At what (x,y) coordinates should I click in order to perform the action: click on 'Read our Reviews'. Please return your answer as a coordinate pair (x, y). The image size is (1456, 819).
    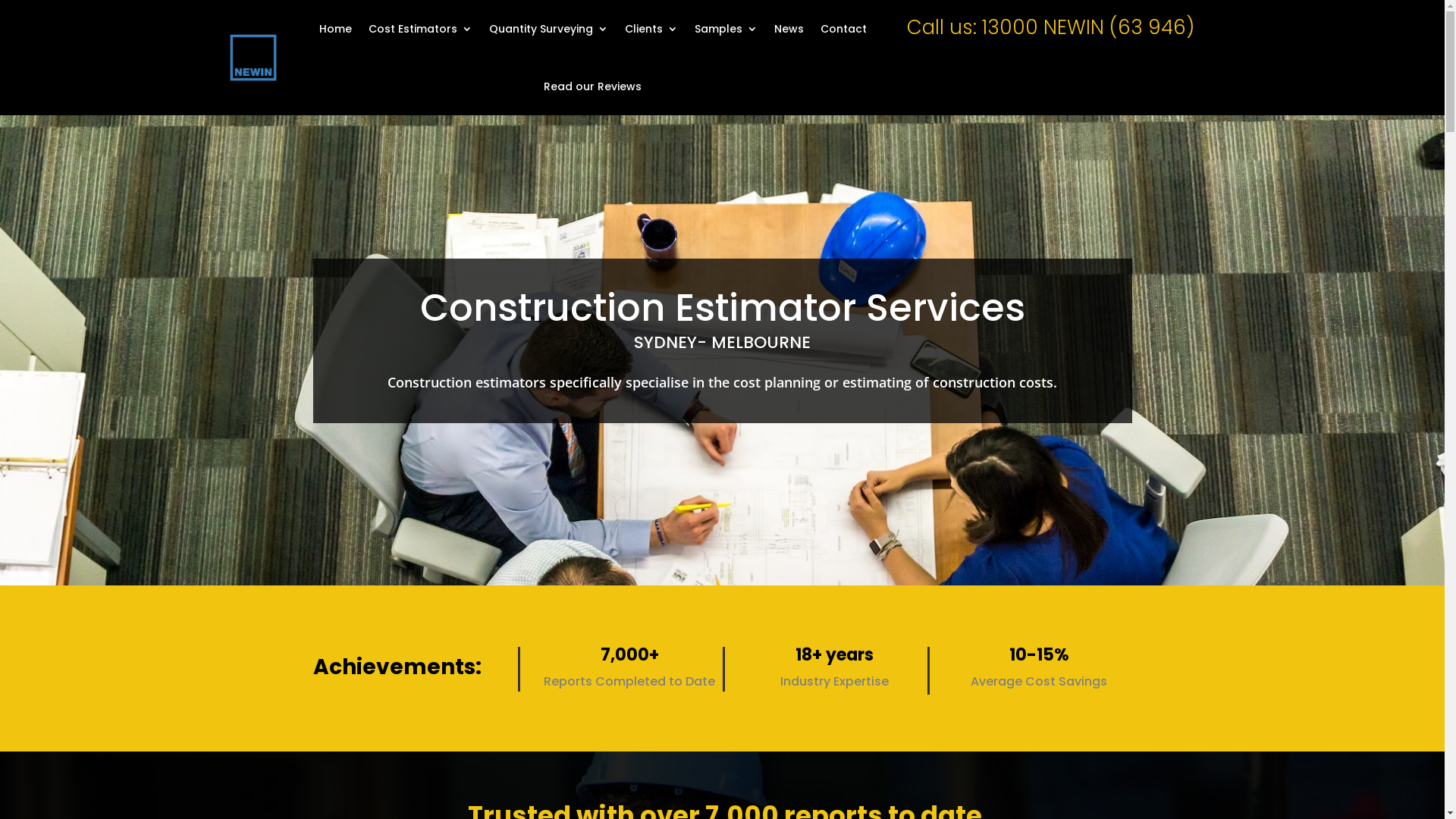
    Looking at the image, I should click on (591, 86).